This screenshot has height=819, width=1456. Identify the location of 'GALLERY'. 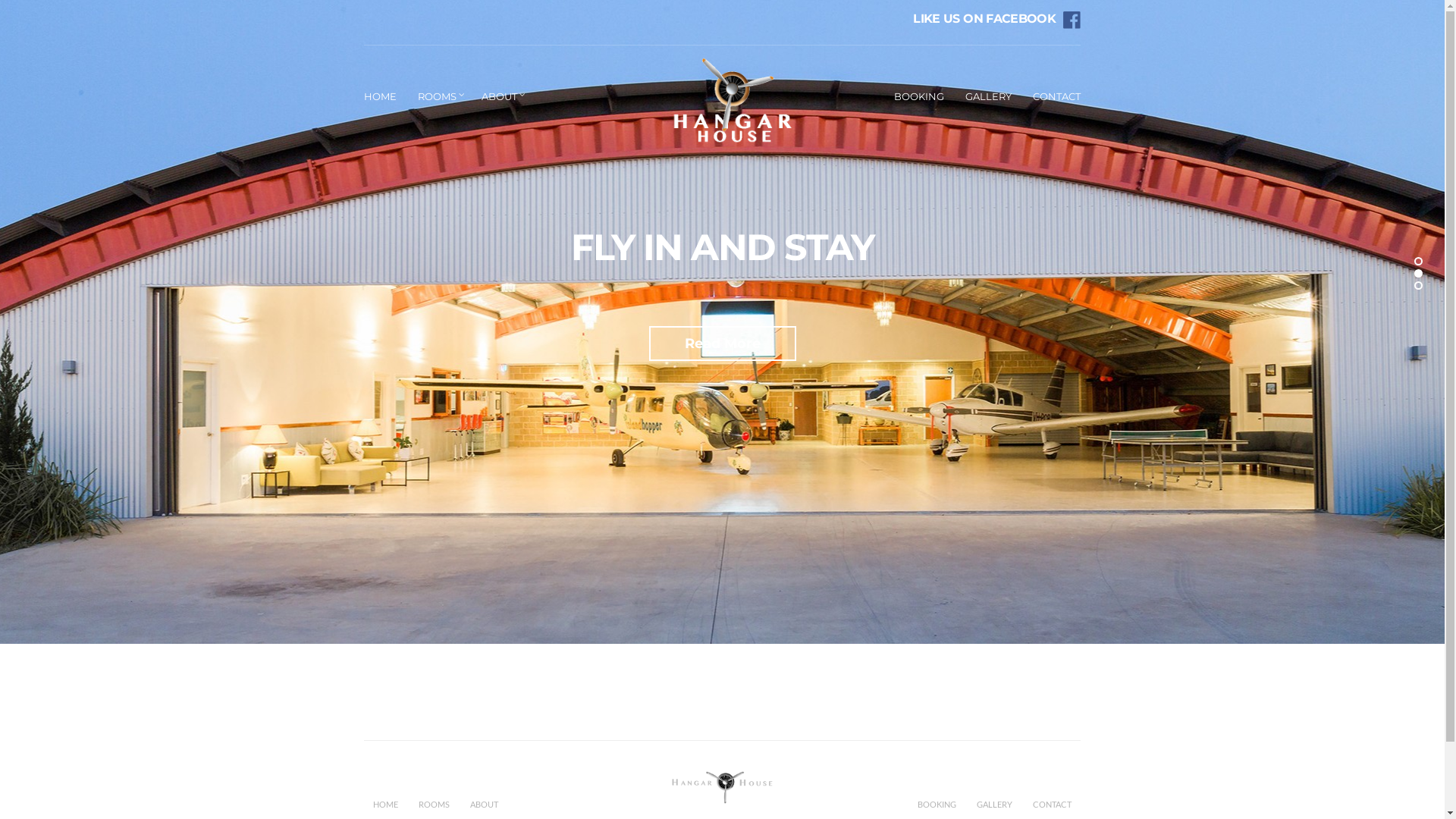
(994, 805).